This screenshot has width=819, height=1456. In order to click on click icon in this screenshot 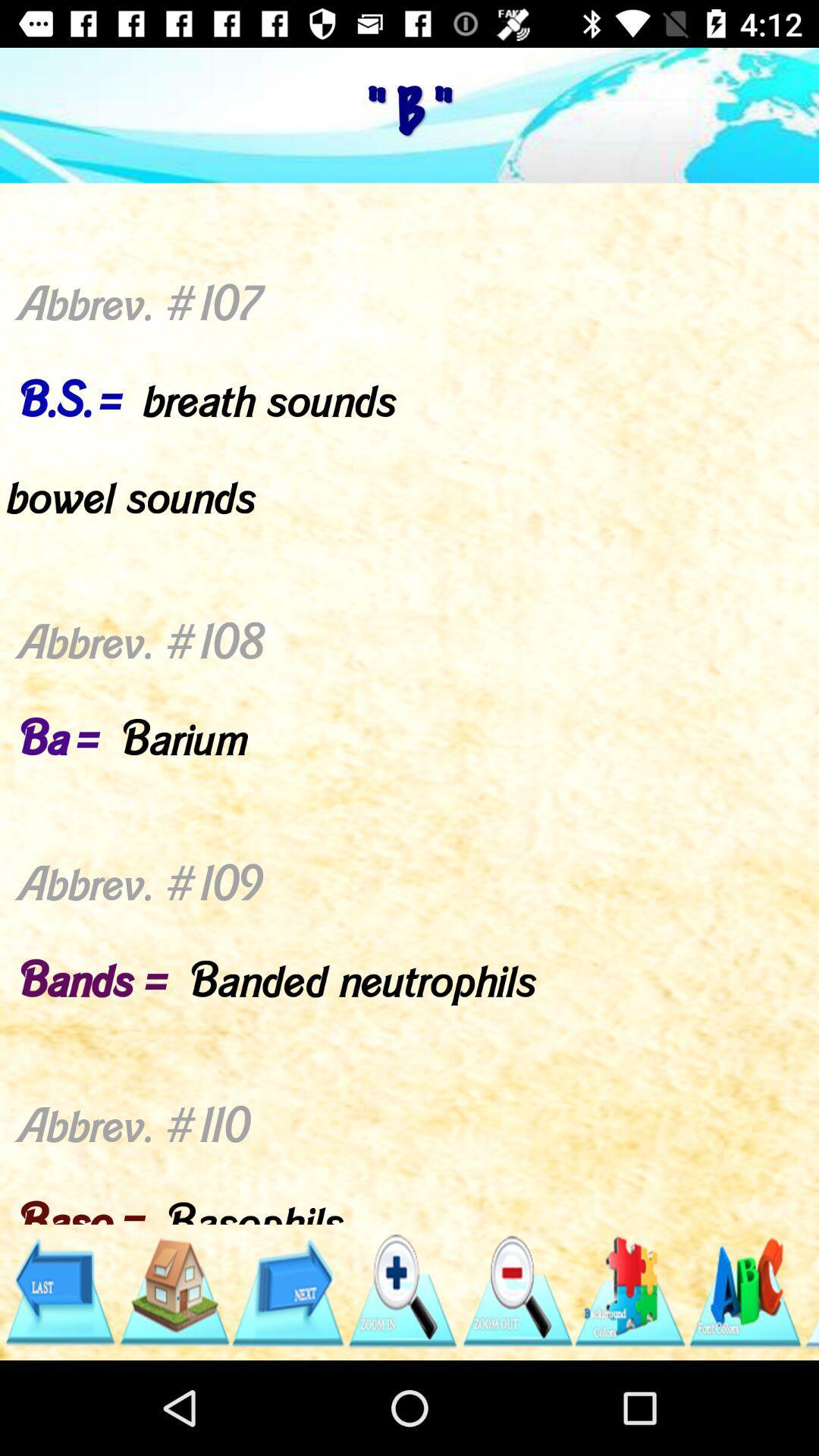, I will do `click(401, 1291)`.